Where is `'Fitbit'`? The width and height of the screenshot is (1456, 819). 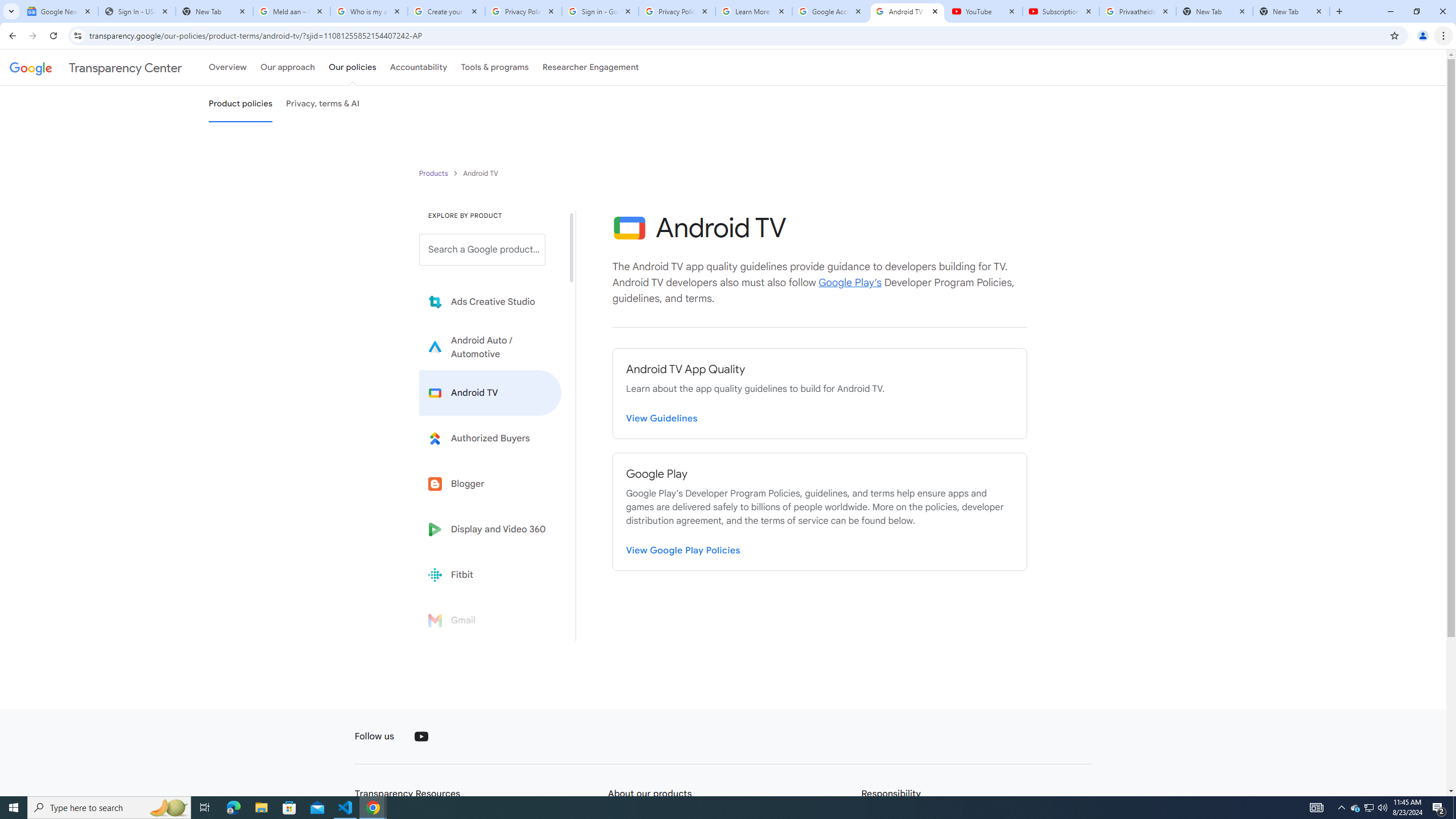 'Fitbit' is located at coordinates (490, 574).